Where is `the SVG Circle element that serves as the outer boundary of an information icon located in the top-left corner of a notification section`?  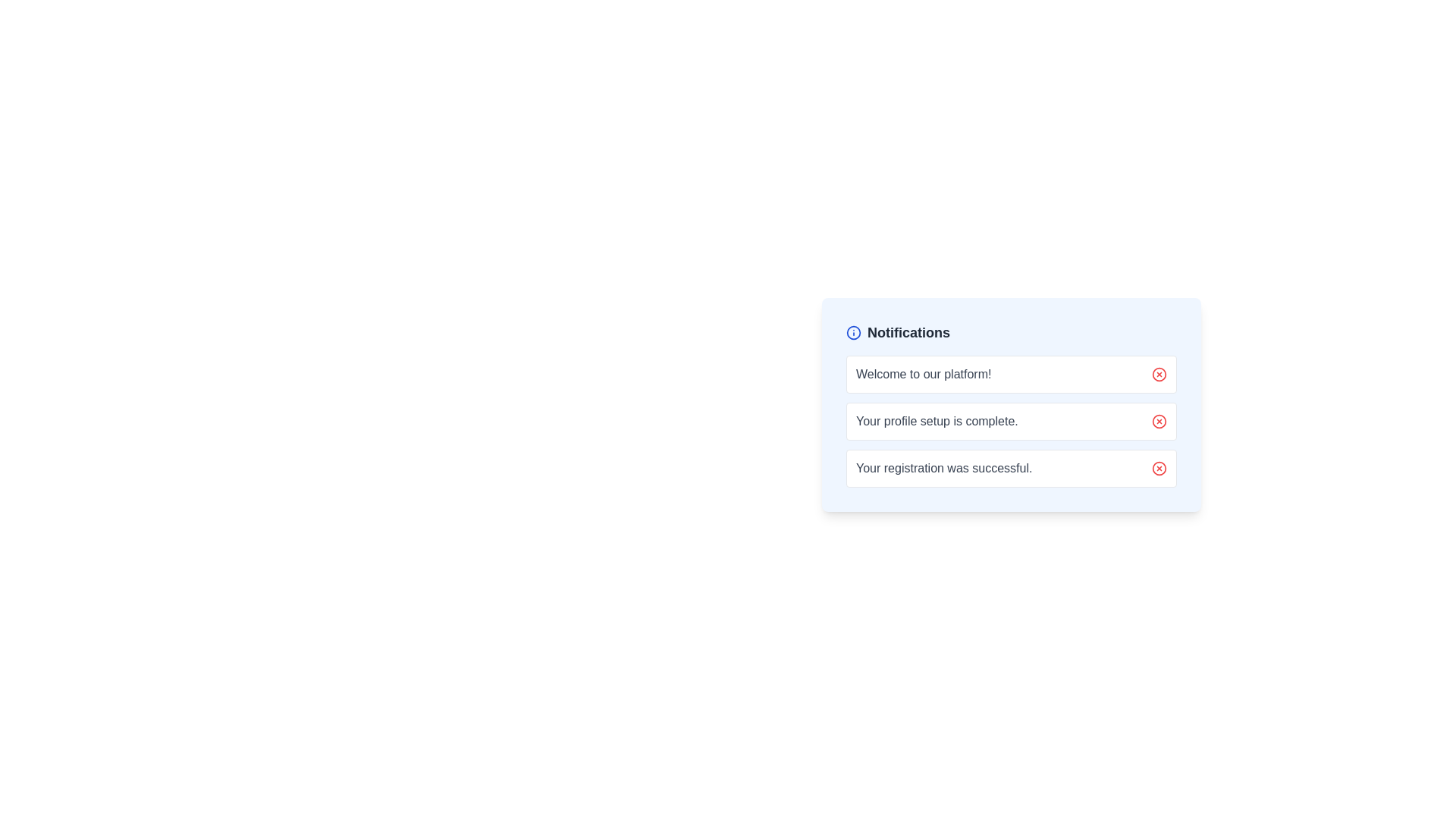
the SVG Circle element that serves as the outer boundary of an information icon located in the top-left corner of a notification section is located at coordinates (854, 332).